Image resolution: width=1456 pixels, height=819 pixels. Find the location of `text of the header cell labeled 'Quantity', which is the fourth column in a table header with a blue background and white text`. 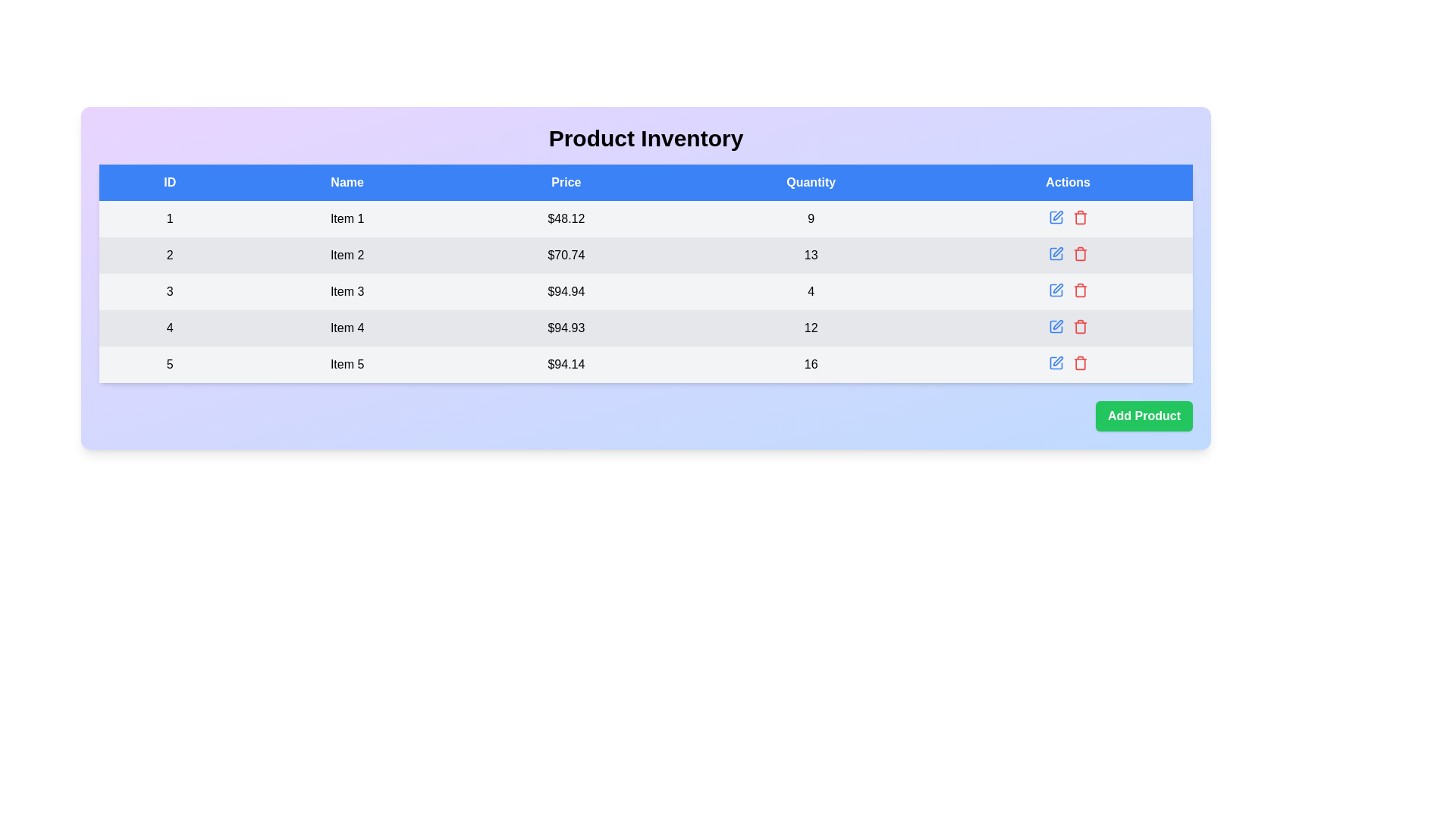

text of the header cell labeled 'Quantity', which is the fourth column in a table header with a blue background and white text is located at coordinates (810, 181).